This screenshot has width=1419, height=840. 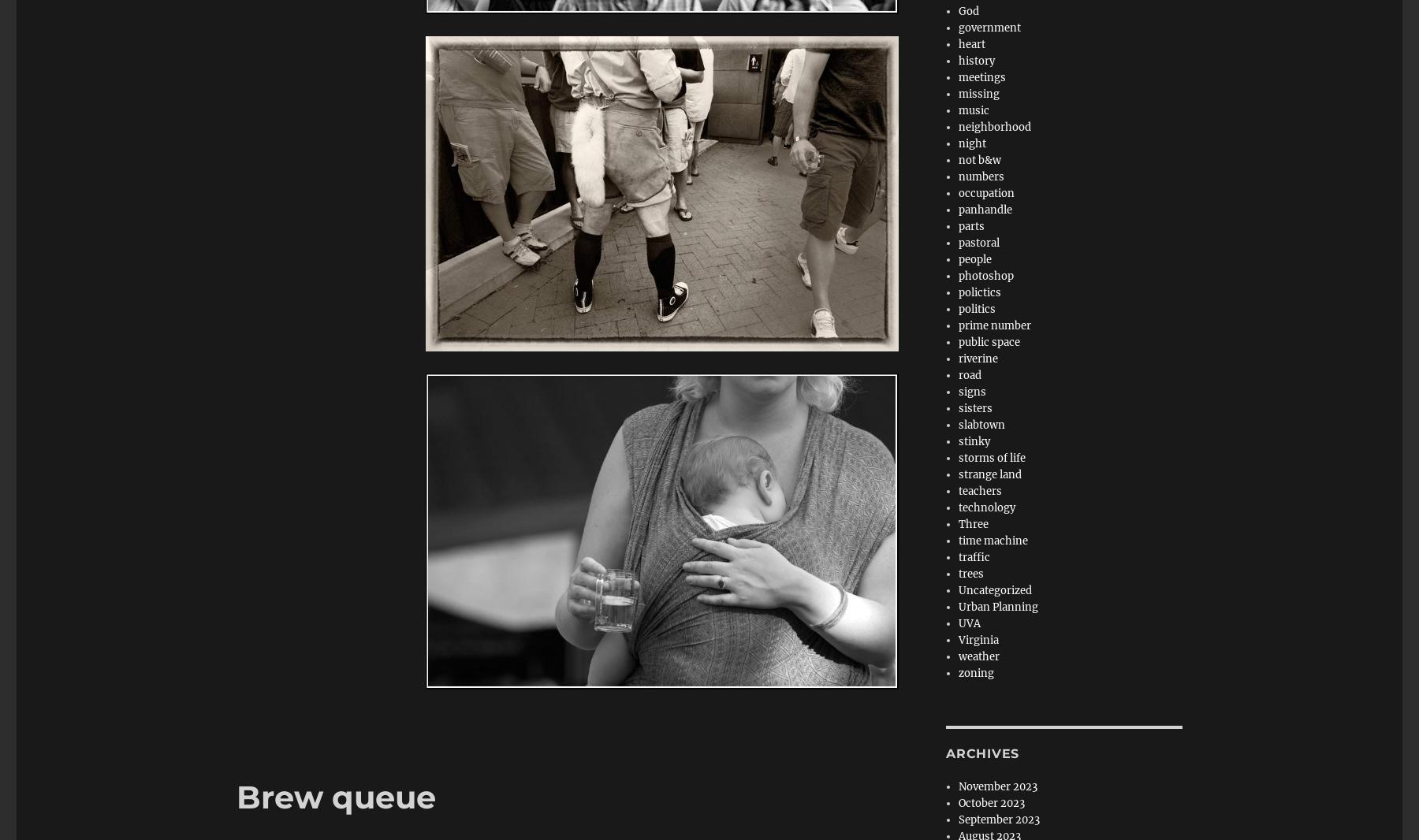 I want to click on 'storms of life', so click(x=992, y=457).